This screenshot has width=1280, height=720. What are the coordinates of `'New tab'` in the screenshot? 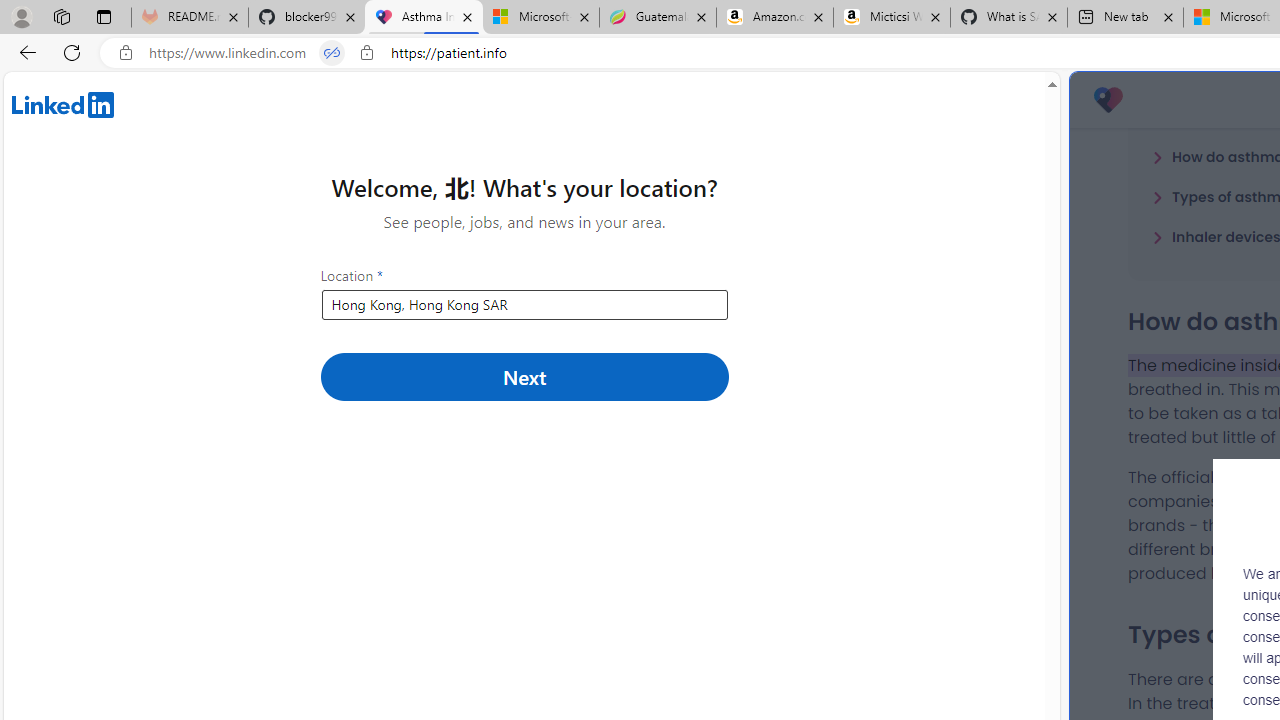 It's located at (1125, 17).